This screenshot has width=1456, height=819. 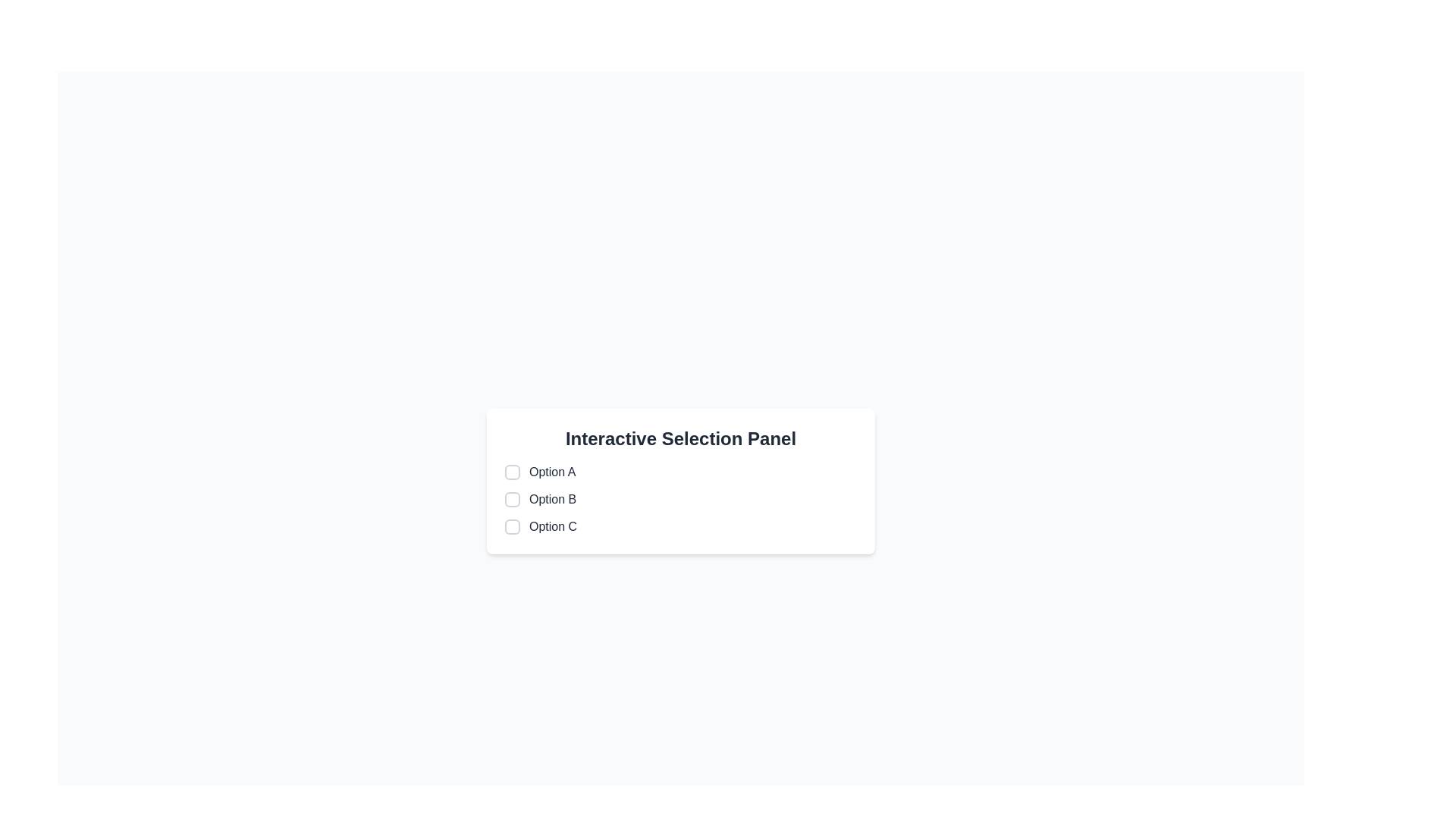 I want to click on label text located in the second row of the 'Interactive Selection Panel', positioned to the right of an unchecked checkbox, so click(x=552, y=500).